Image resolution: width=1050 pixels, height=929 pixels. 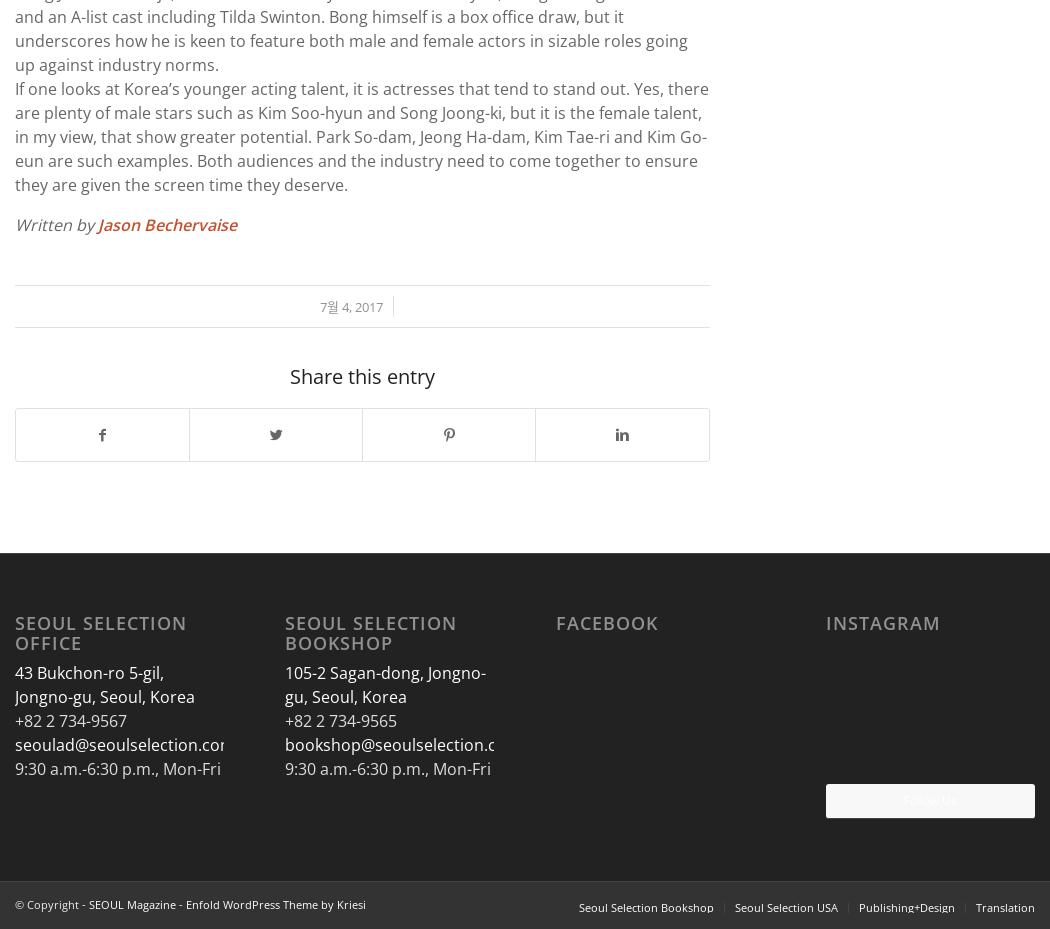 I want to click on '© Copyright  -', so click(x=15, y=904).